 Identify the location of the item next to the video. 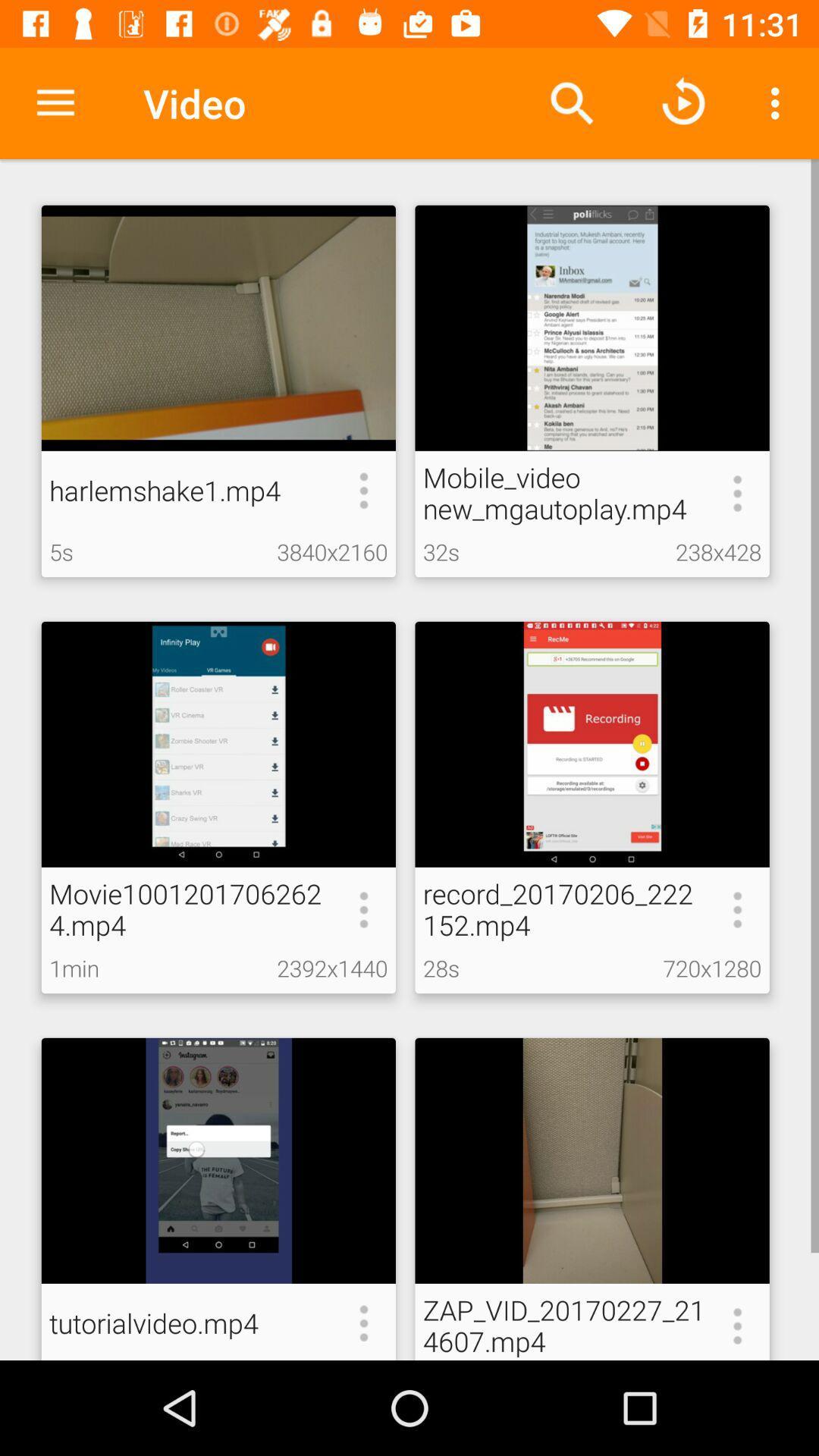
(55, 102).